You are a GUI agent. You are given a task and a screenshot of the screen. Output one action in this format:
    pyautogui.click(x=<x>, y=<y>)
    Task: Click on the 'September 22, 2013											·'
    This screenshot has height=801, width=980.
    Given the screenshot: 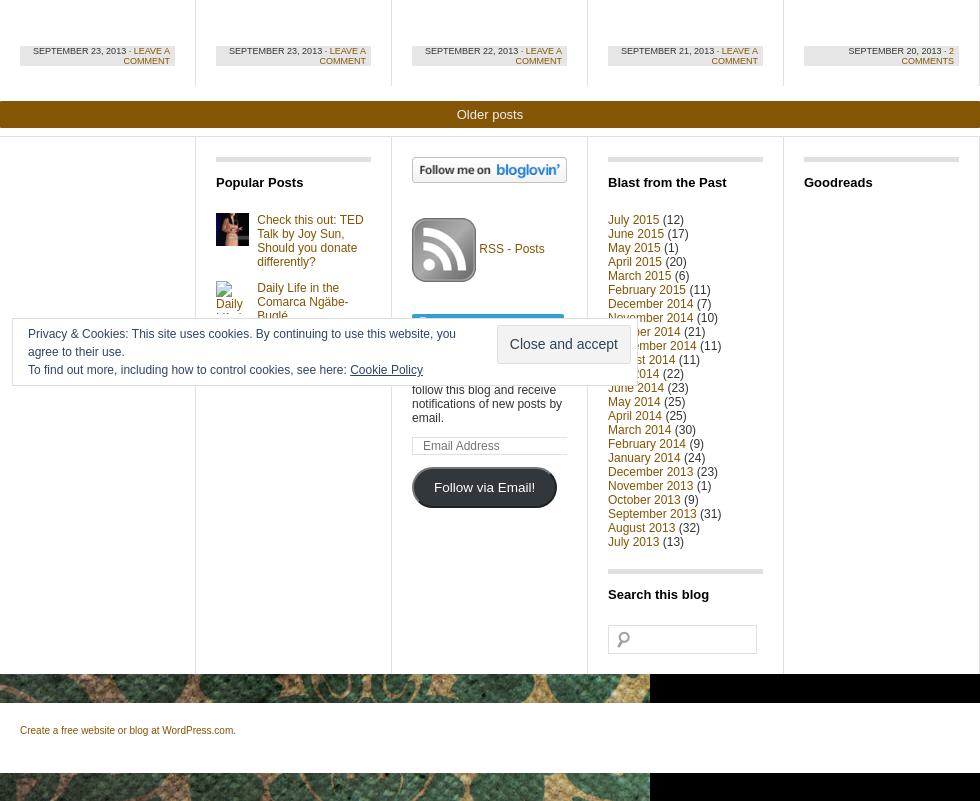 What is the action you would take?
    pyautogui.click(x=475, y=50)
    